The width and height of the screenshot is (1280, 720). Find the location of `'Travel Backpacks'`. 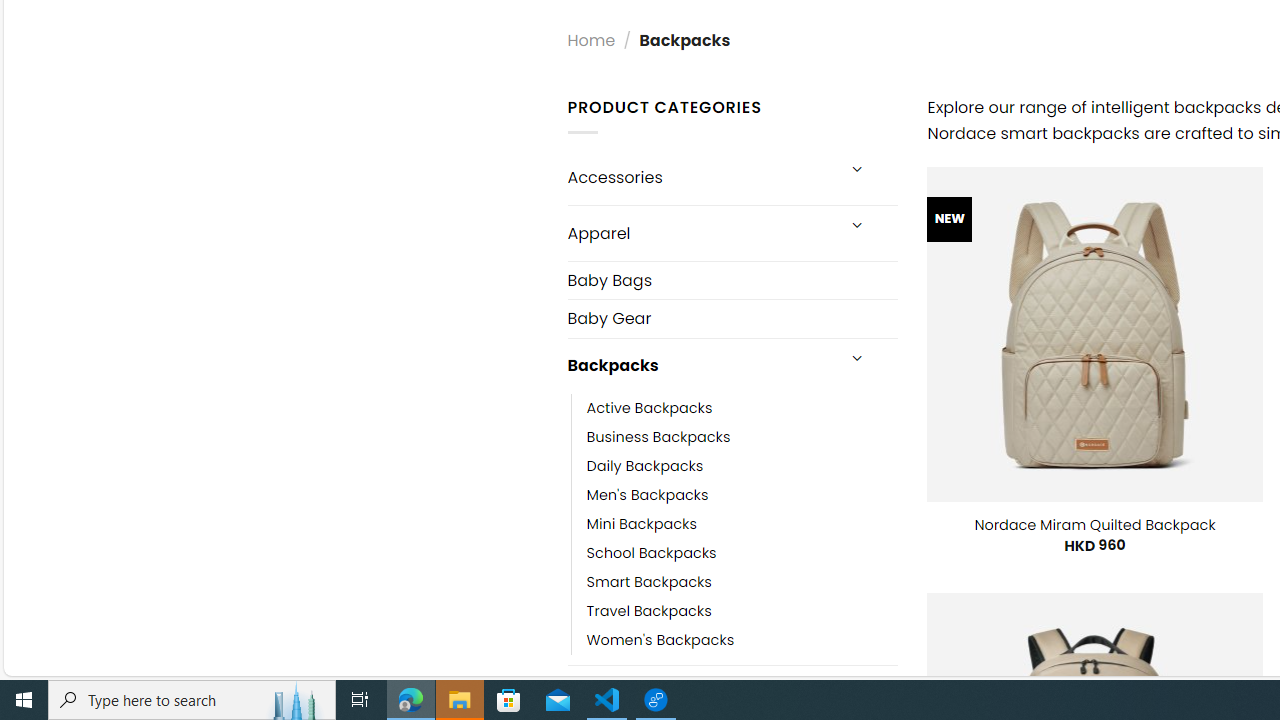

'Travel Backpacks' is located at coordinates (648, 609).